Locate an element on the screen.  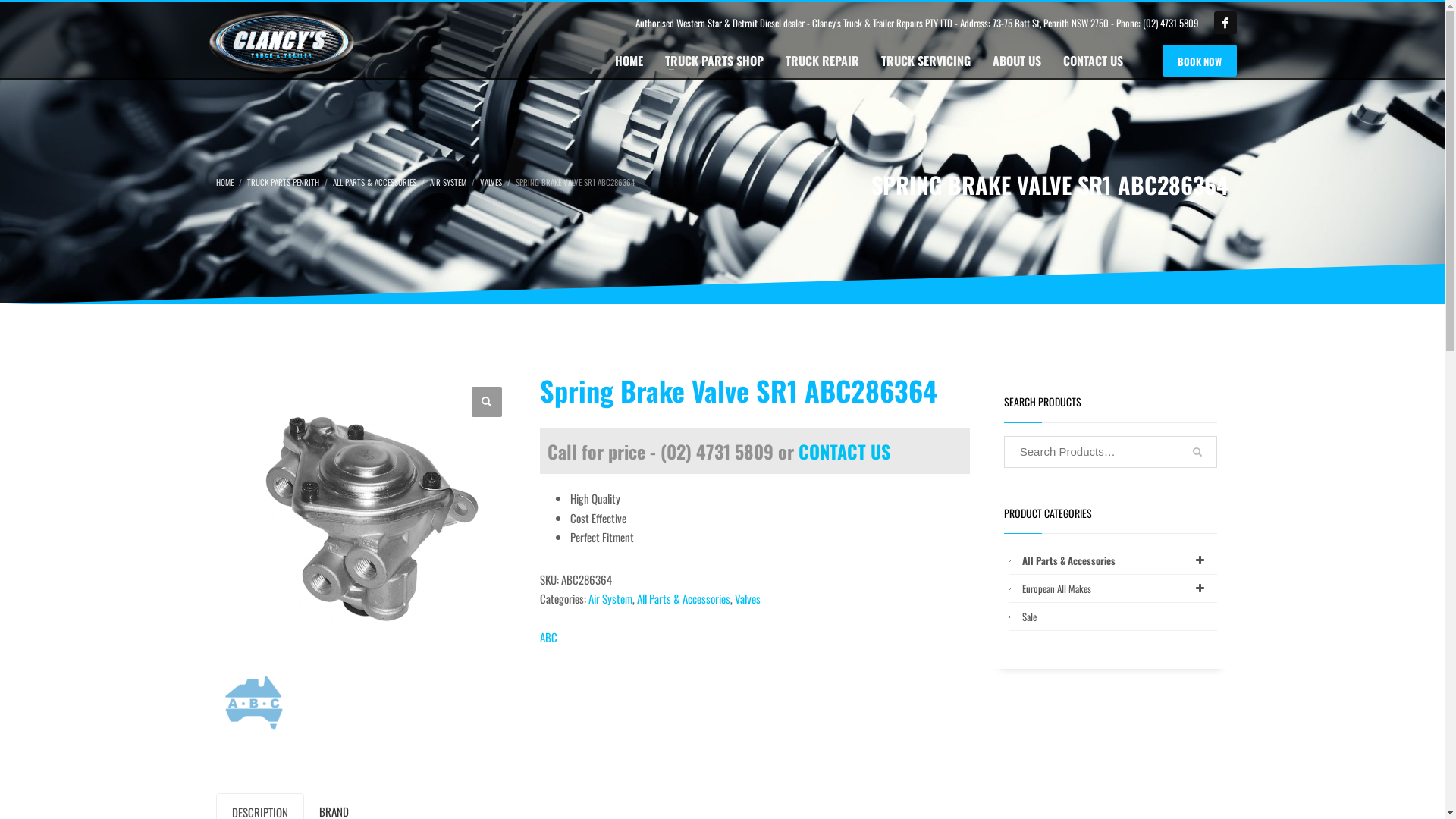
'ABOUT US' is located at coordinates (1016, 60).